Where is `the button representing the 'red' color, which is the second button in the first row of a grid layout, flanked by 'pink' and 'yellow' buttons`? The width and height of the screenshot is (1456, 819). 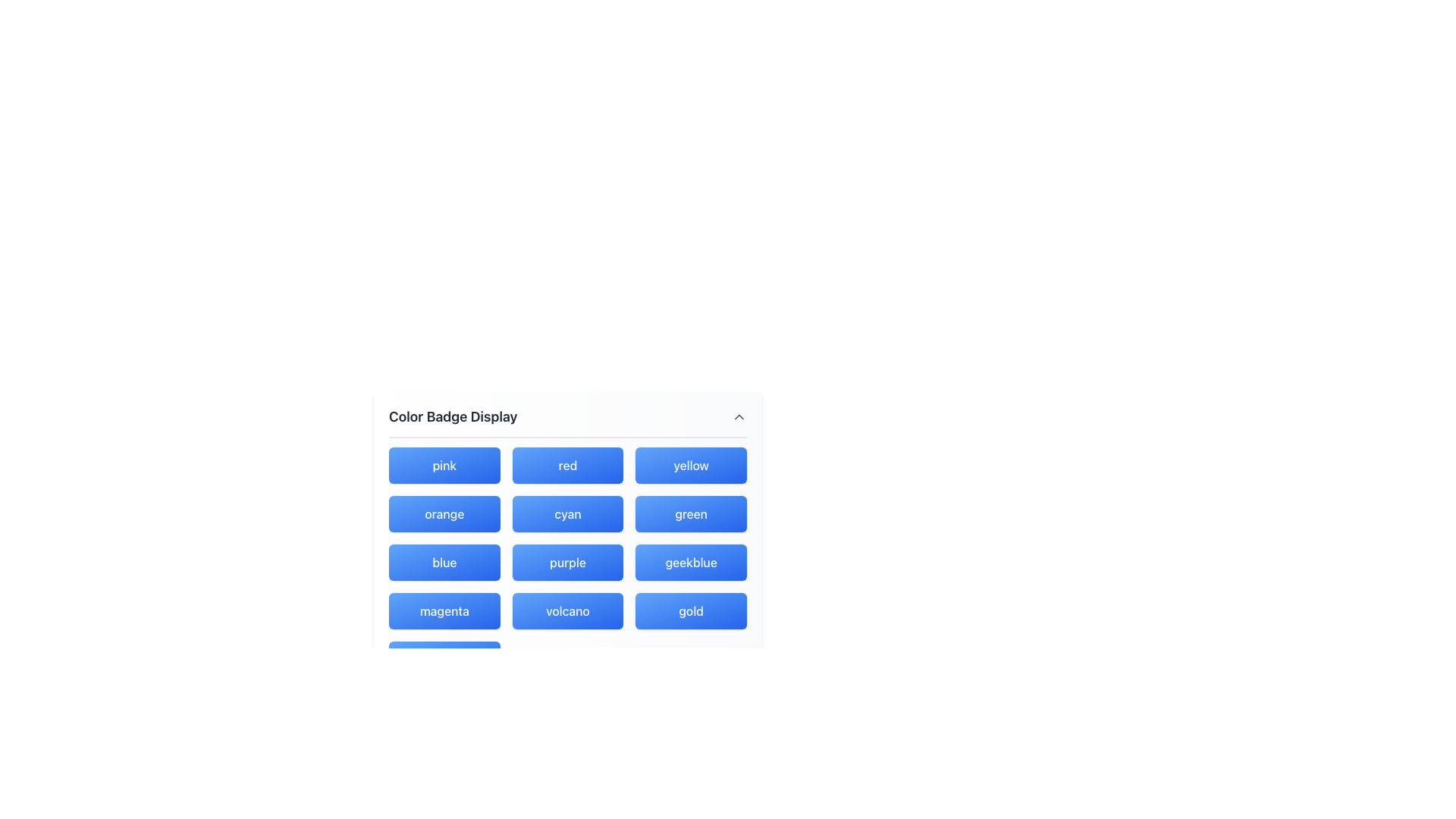
the button representing the 'red' color, which is the second button in the first row of a grid layout, flanked by 'pink' and 'yellow' buttons is located at coordinates (566, 464).